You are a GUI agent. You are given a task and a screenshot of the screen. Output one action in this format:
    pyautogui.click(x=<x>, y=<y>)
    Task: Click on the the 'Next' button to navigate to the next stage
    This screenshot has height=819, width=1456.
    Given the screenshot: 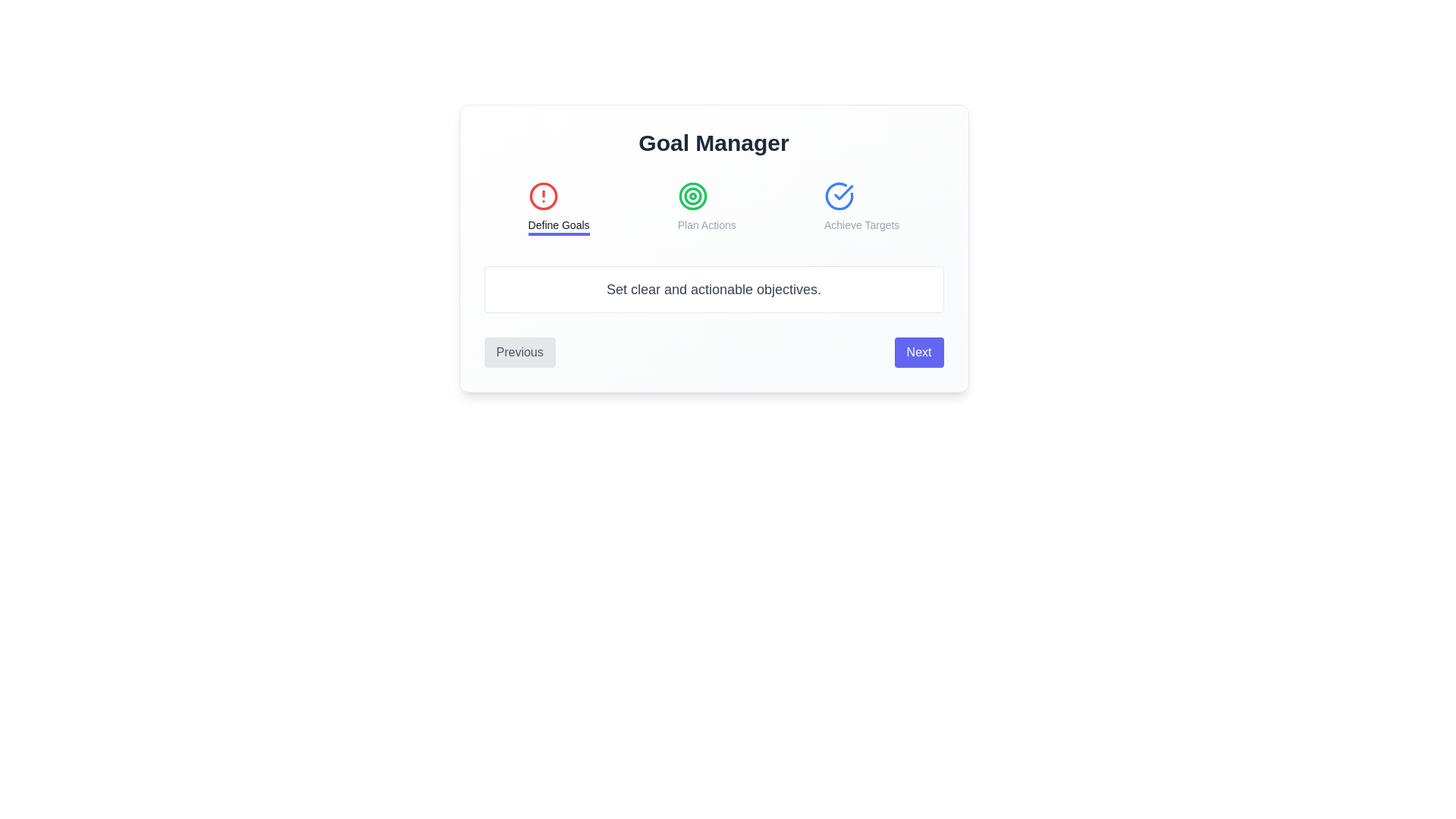 What is the action you would take?
    pyautogui.click(x=918, y=353)
    